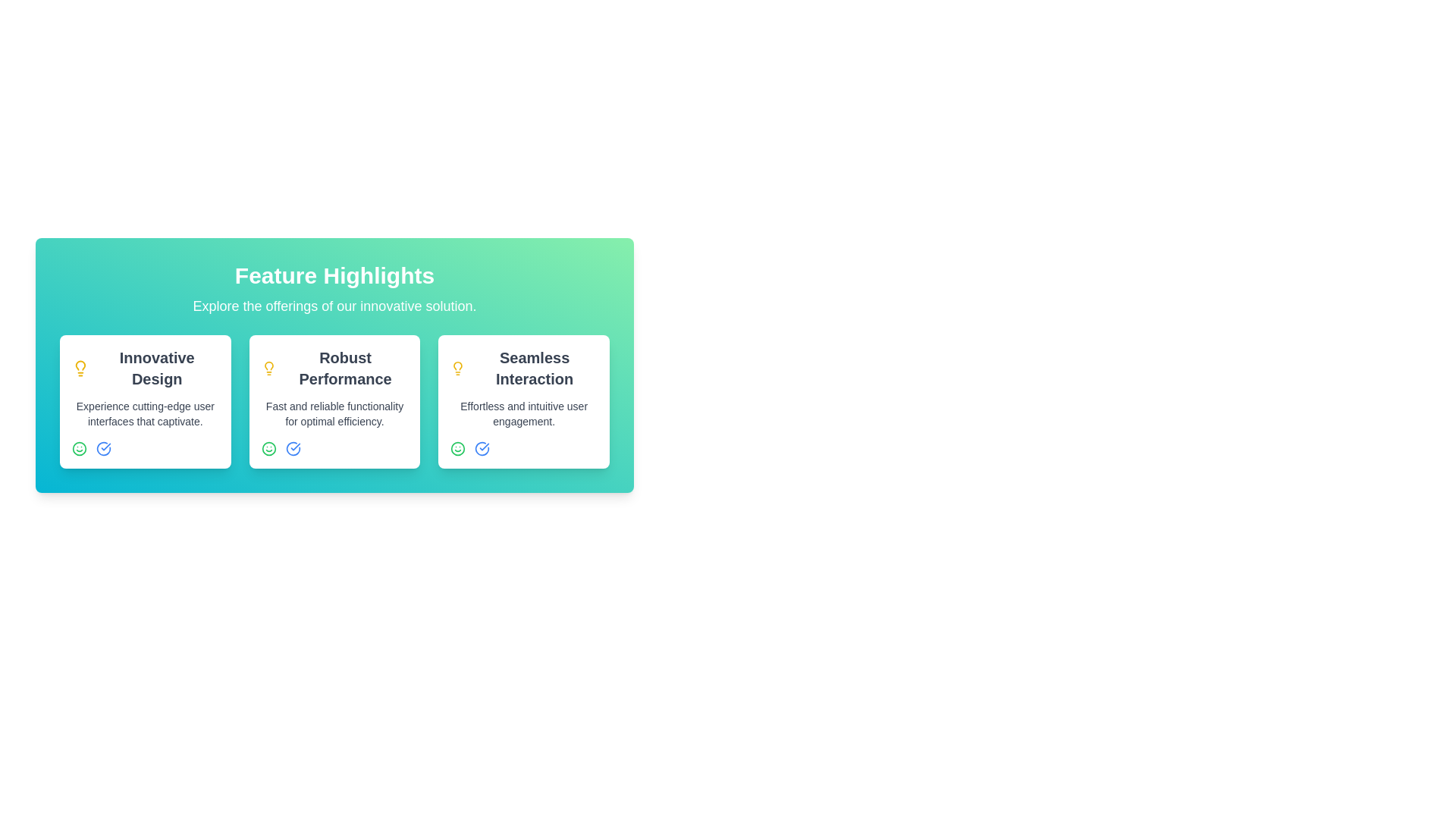  I want to click on the bold text 'Feature Highlights', which is prominently displayed at the center-top of the interface section, so click(334, 275).